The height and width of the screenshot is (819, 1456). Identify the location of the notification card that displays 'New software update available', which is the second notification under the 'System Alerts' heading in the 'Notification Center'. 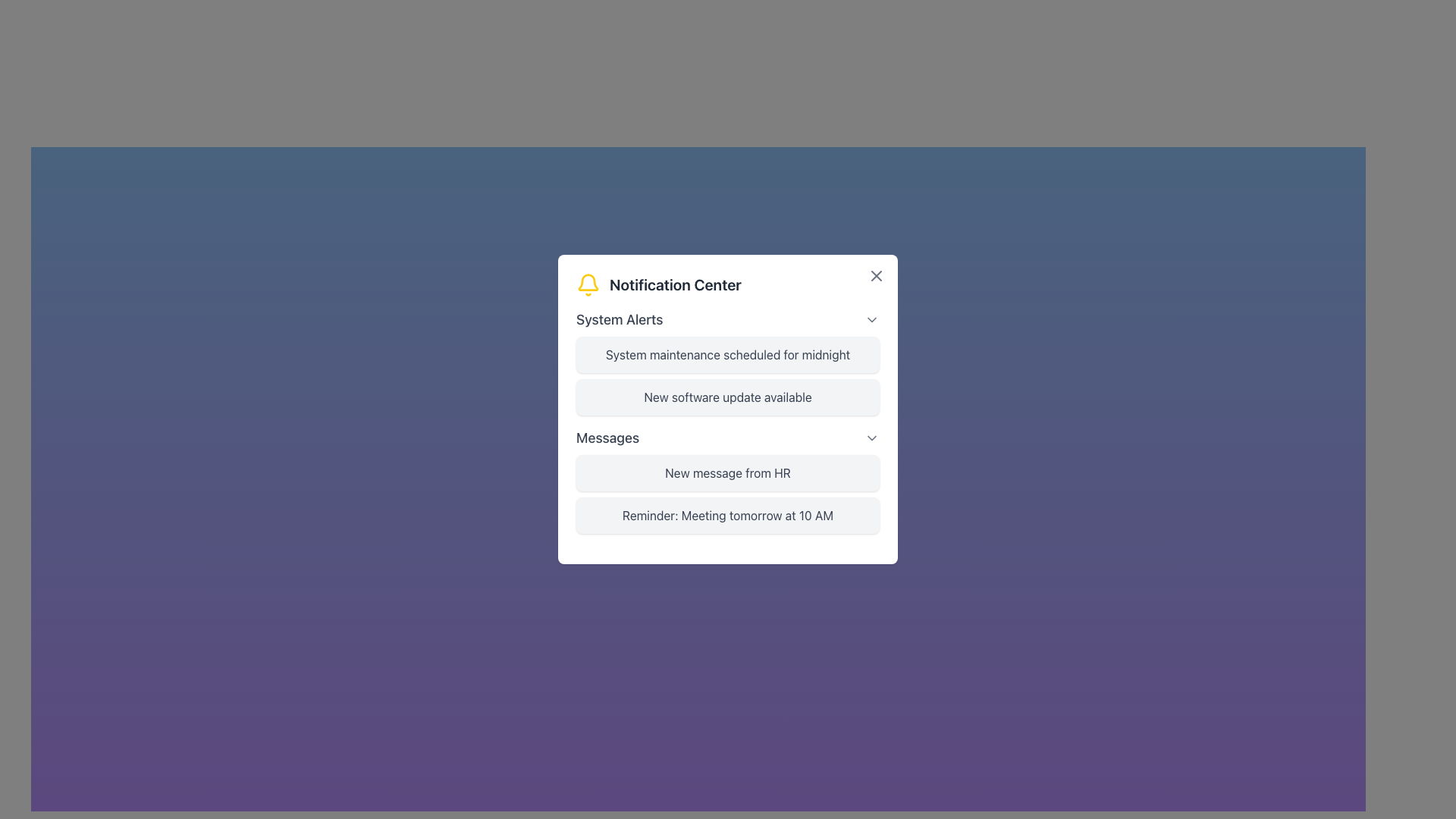
(728, 397).